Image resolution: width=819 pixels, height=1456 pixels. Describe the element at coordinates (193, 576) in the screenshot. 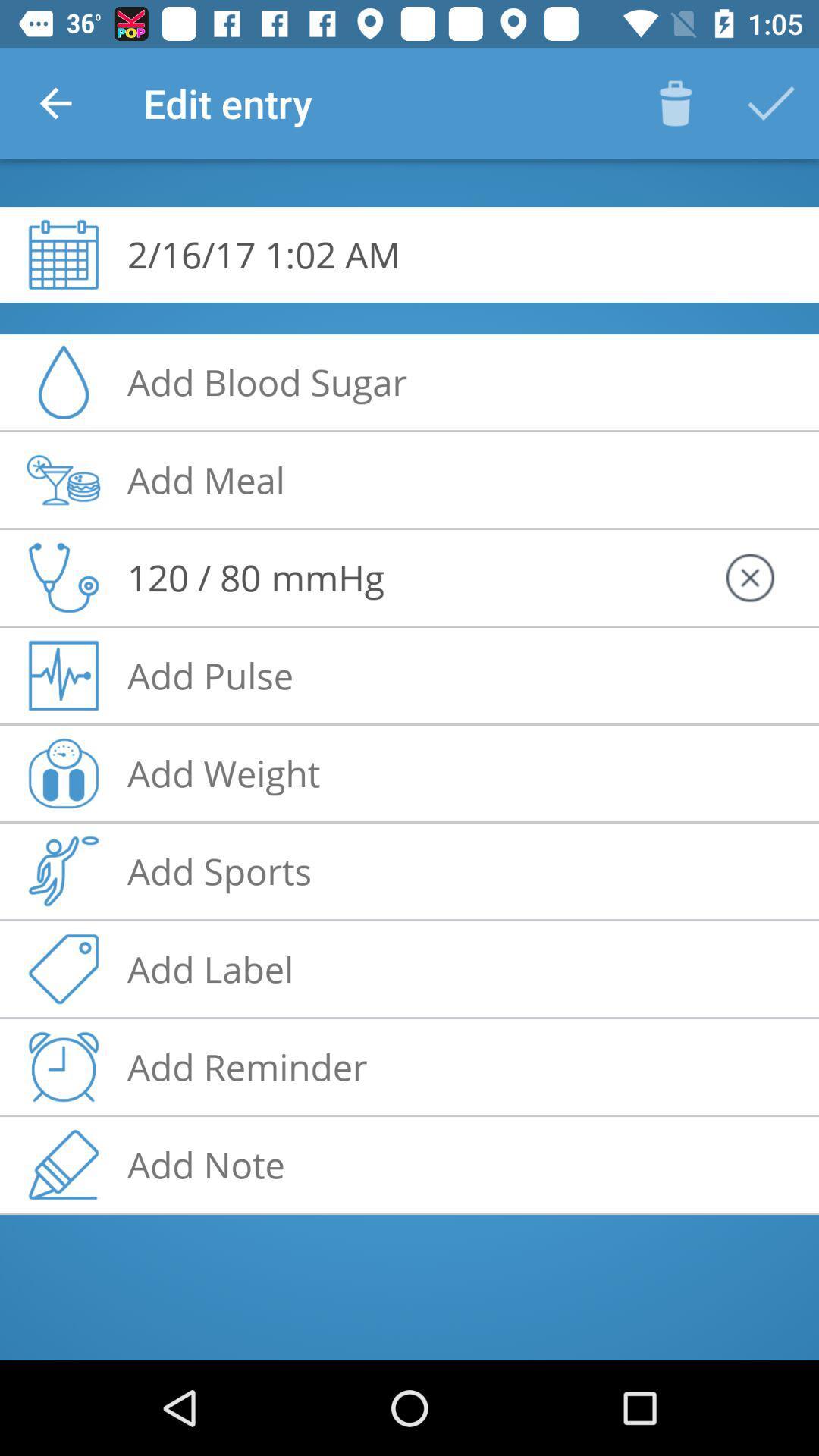

I see `the item next to the mmhg icon` at that location.